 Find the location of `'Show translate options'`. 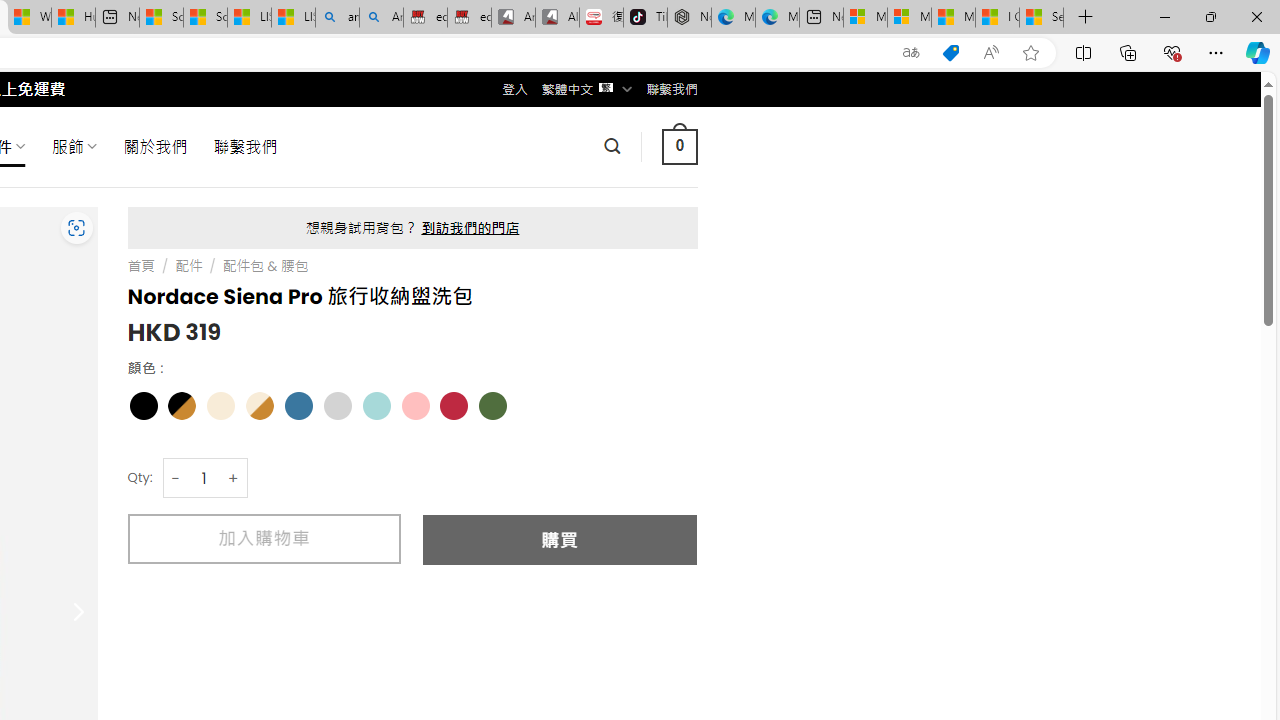

'Show translate options' is located at coordinates (909, 52).